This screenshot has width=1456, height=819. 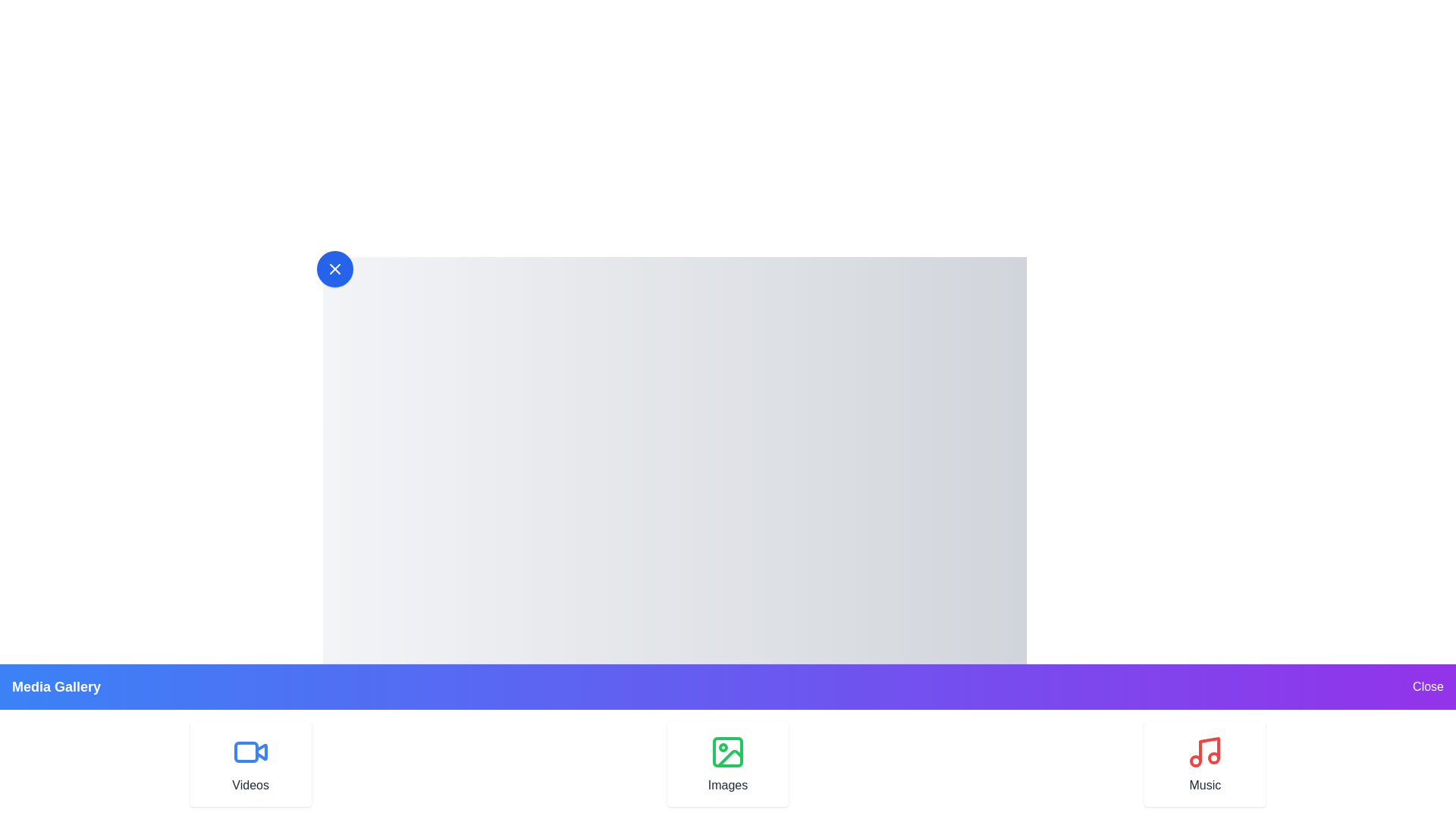 I want to click on the Music option in the multimedia drawer, so click(x=1204, y=764).